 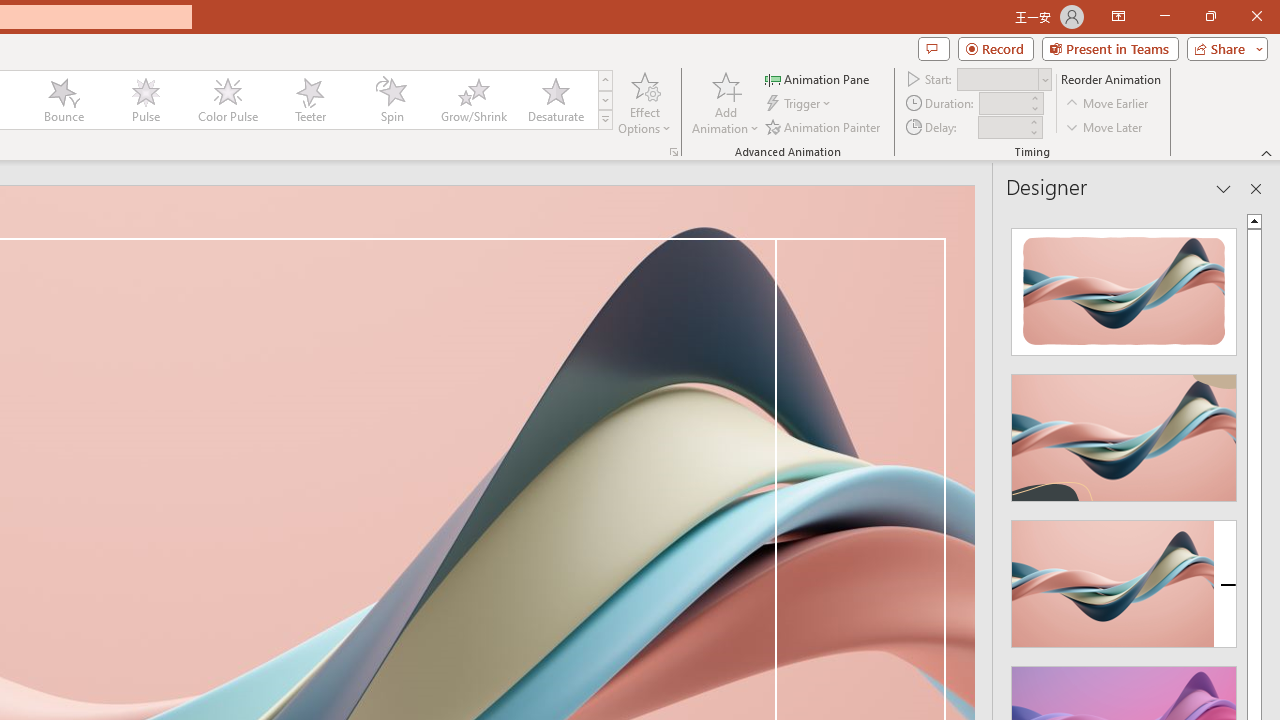 What do you see at coordinates (604, 120) in the screenshot?
I see `'Animation Styles'` at bounding box center [604, 120].